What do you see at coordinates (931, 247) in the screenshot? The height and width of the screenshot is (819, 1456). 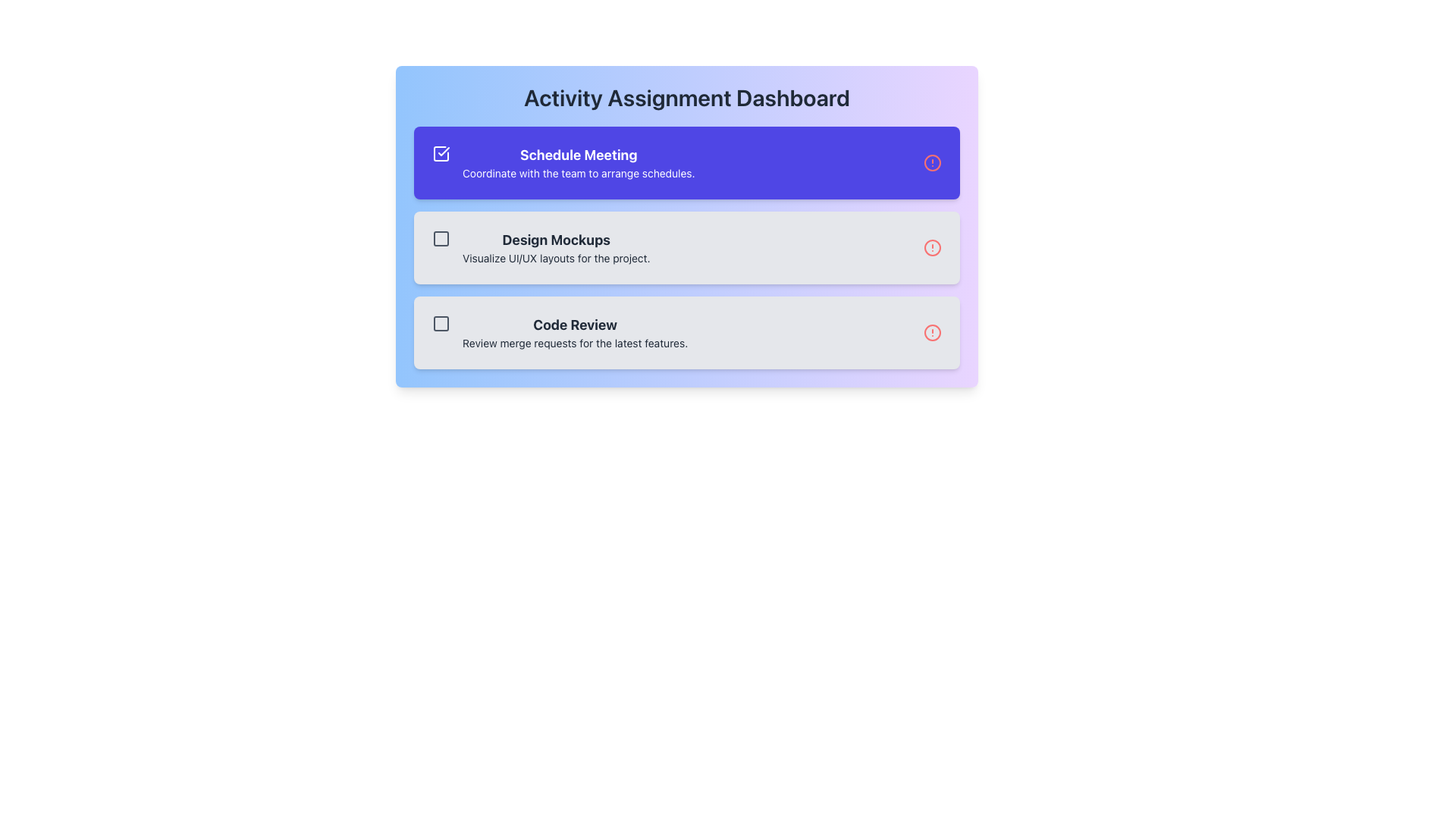 I see `the innermost circle of the warning icon located to the right of the 'Design Mockups' title in the second row of tasks` at bounding box center [931, 247].